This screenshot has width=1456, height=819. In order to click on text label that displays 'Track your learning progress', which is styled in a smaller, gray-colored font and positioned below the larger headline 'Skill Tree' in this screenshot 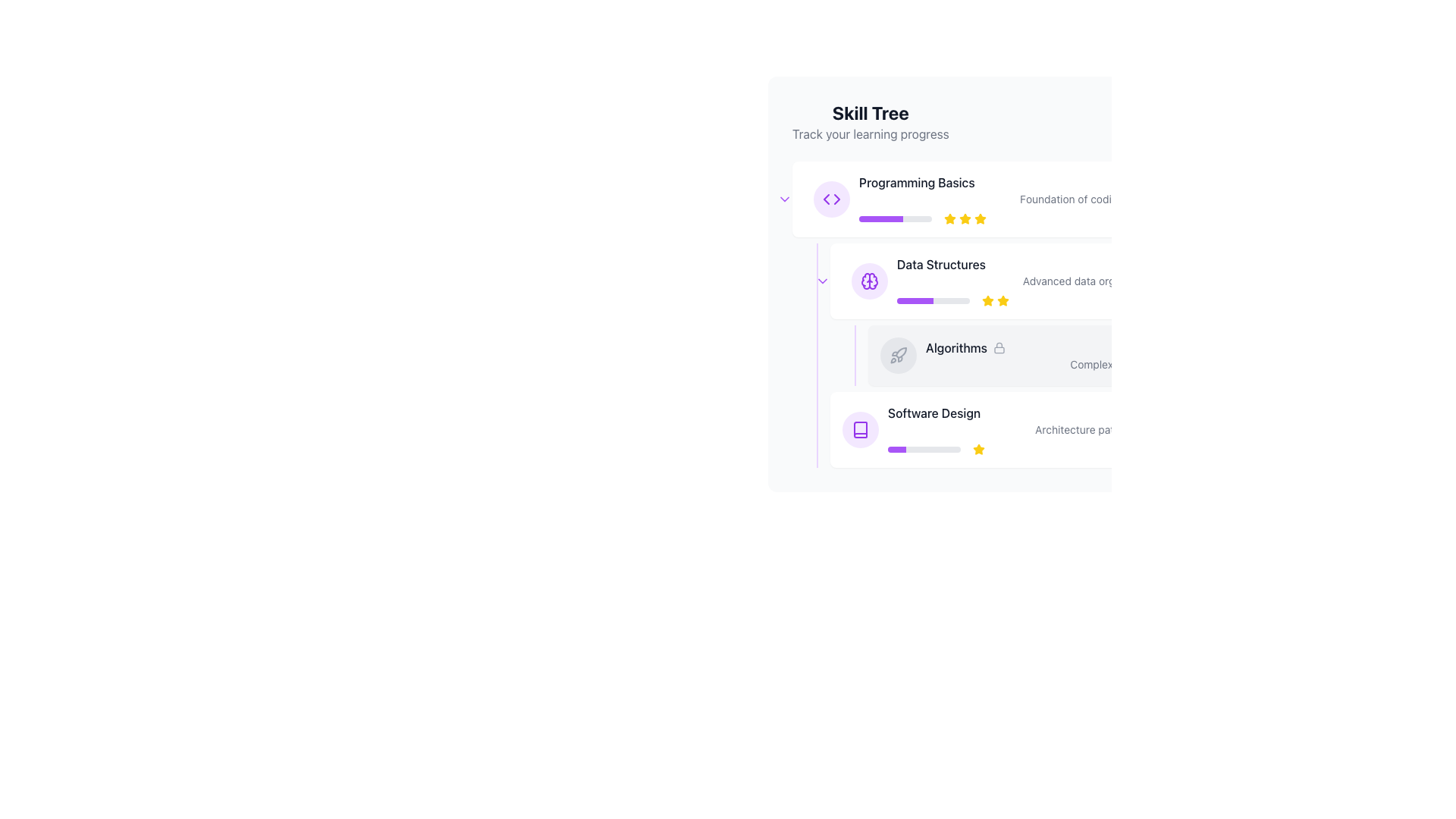, I will do `click(871, 133)`.